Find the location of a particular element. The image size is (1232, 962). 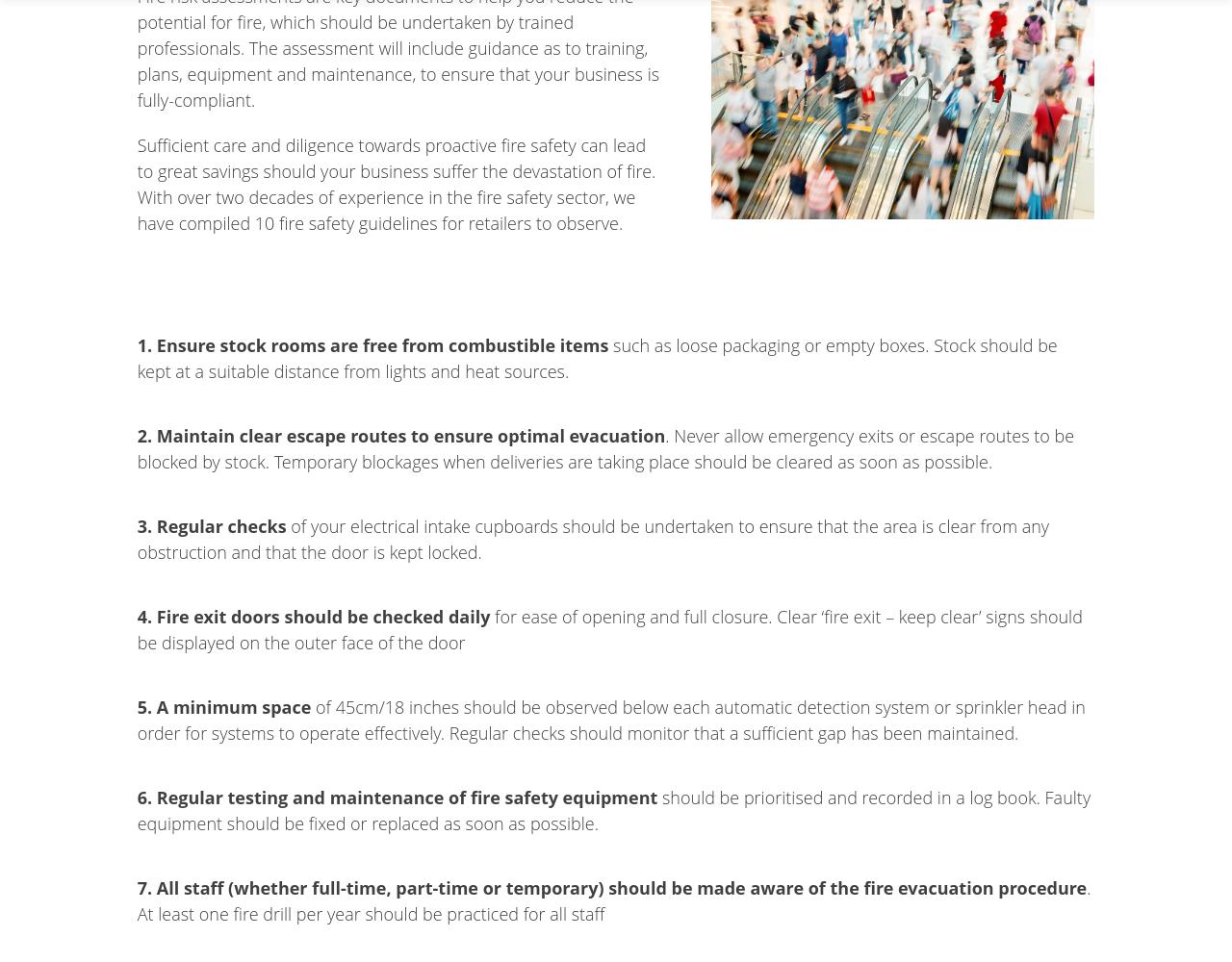

'4. Fire exit doors should be checked daily' is located at coordinates (313, 616).